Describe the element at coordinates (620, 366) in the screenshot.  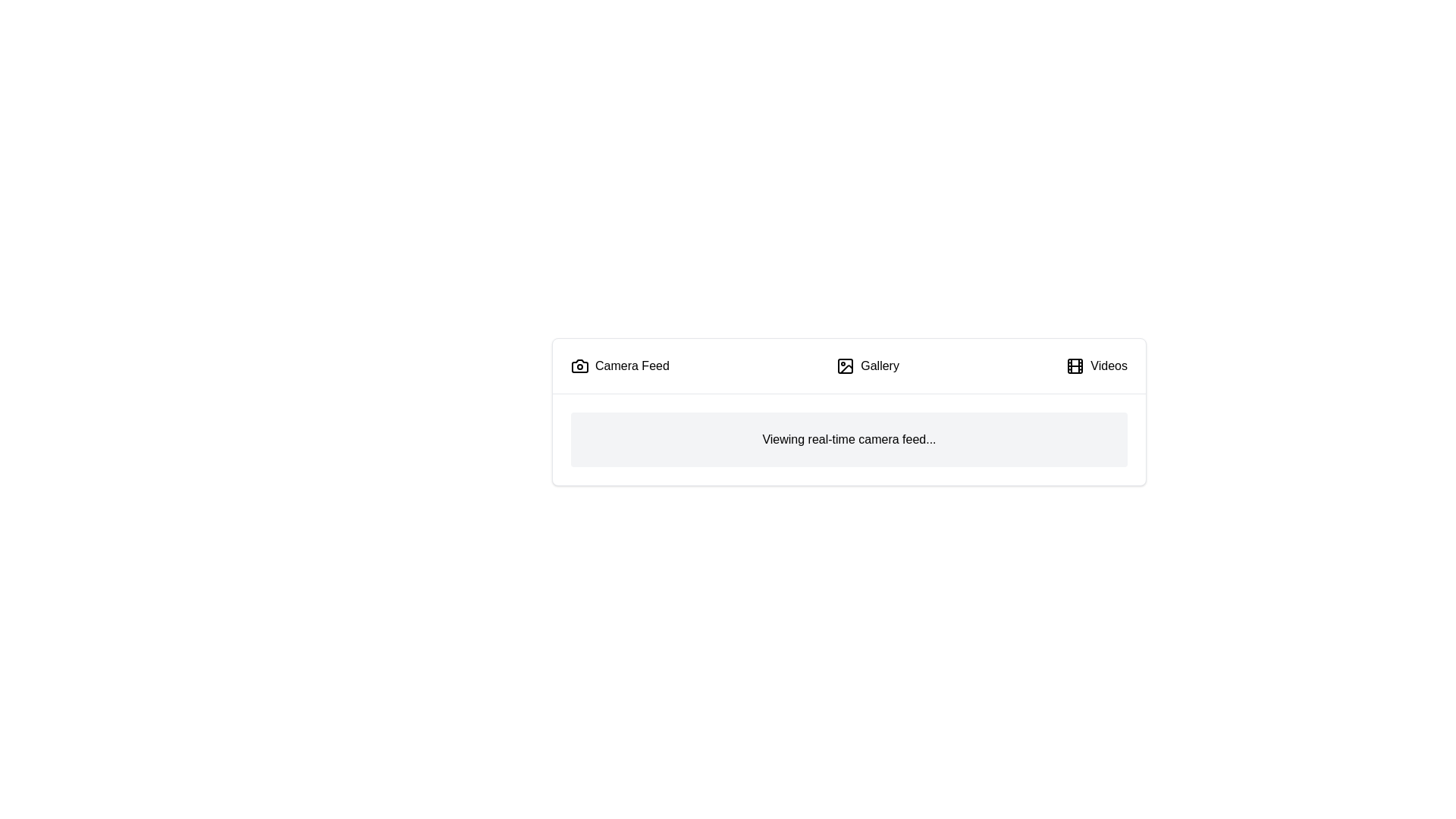
I see `the tab labeled Camera Feed to observe its hover effect` at that location.